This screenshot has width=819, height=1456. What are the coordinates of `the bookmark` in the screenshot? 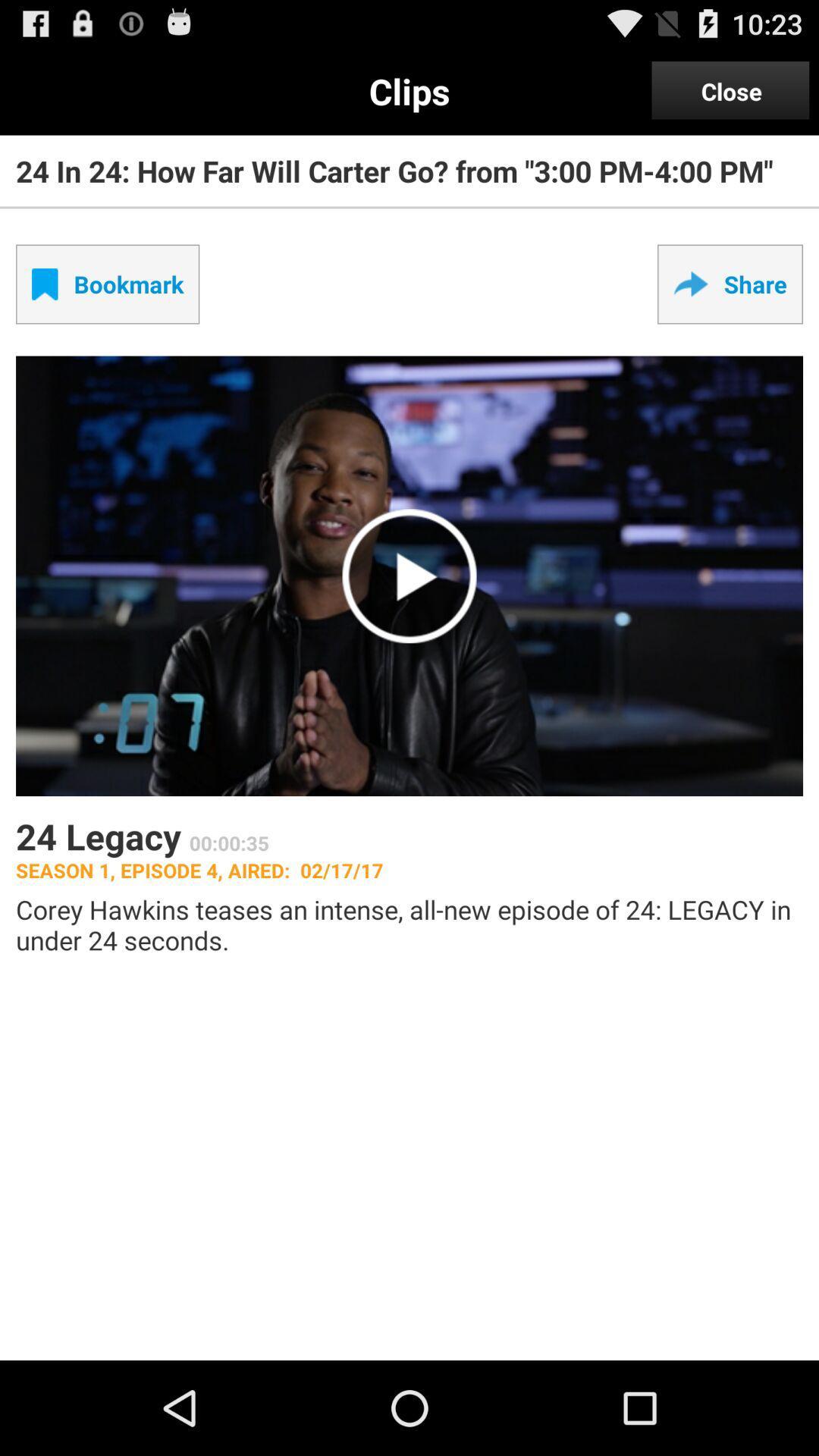 It's located at (107, 284).